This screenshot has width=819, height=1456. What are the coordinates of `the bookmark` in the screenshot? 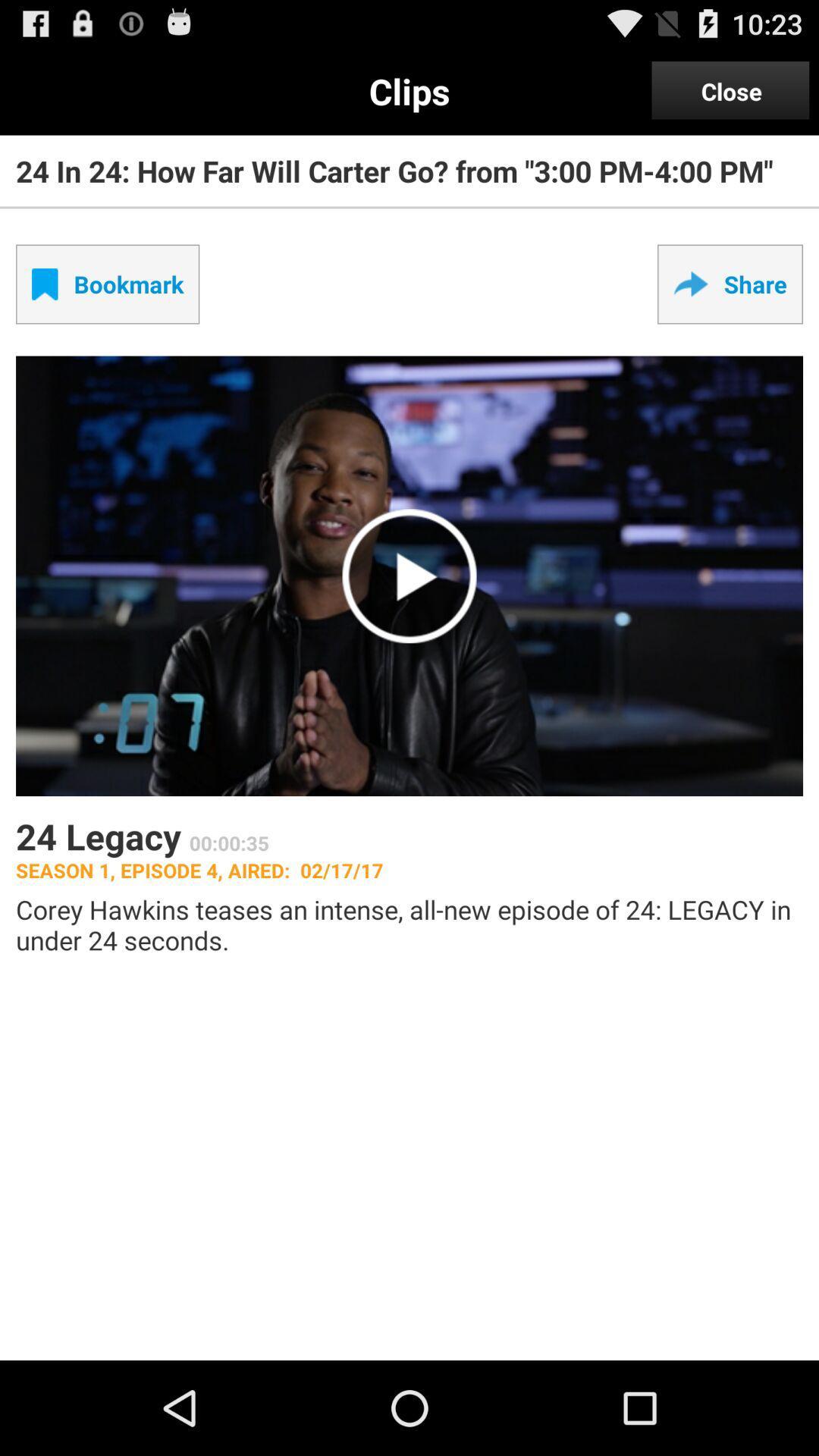 It's located at (107, 284).